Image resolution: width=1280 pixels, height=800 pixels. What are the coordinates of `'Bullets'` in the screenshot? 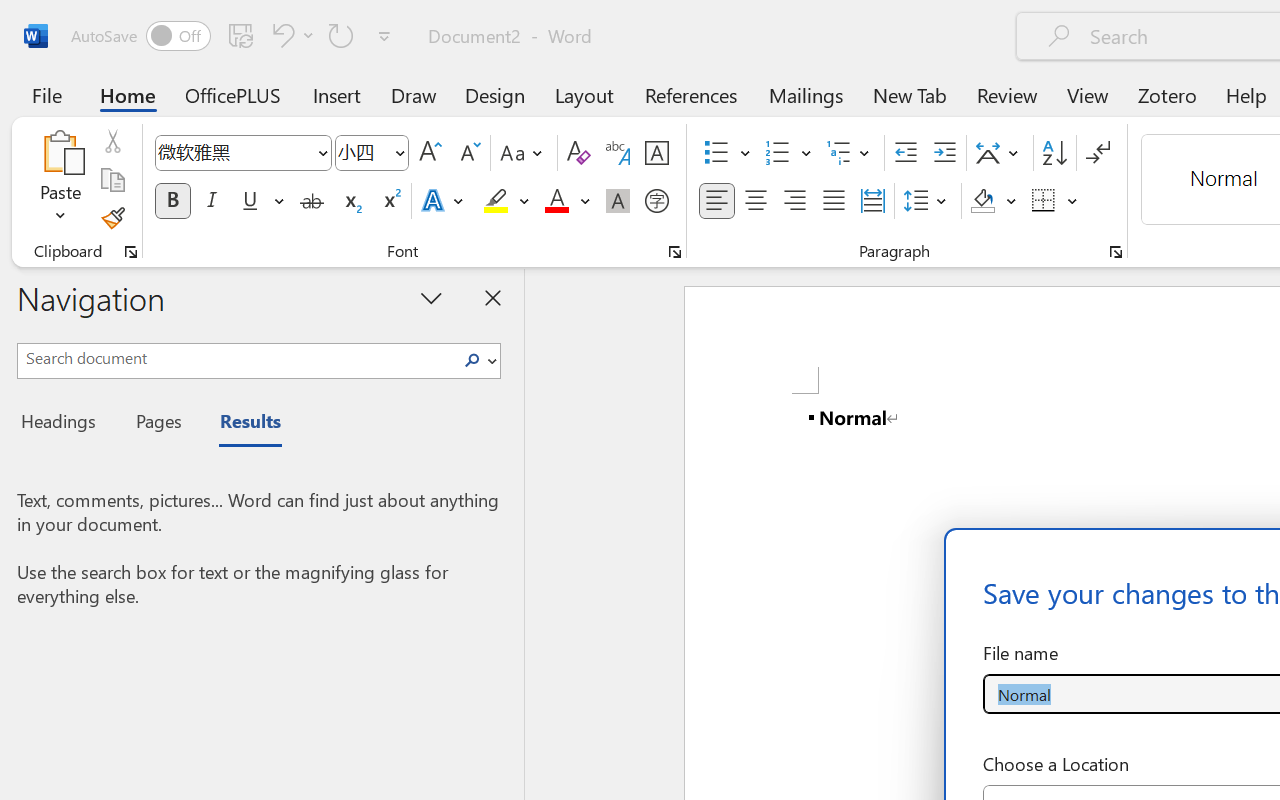 It's located at (716, 153).